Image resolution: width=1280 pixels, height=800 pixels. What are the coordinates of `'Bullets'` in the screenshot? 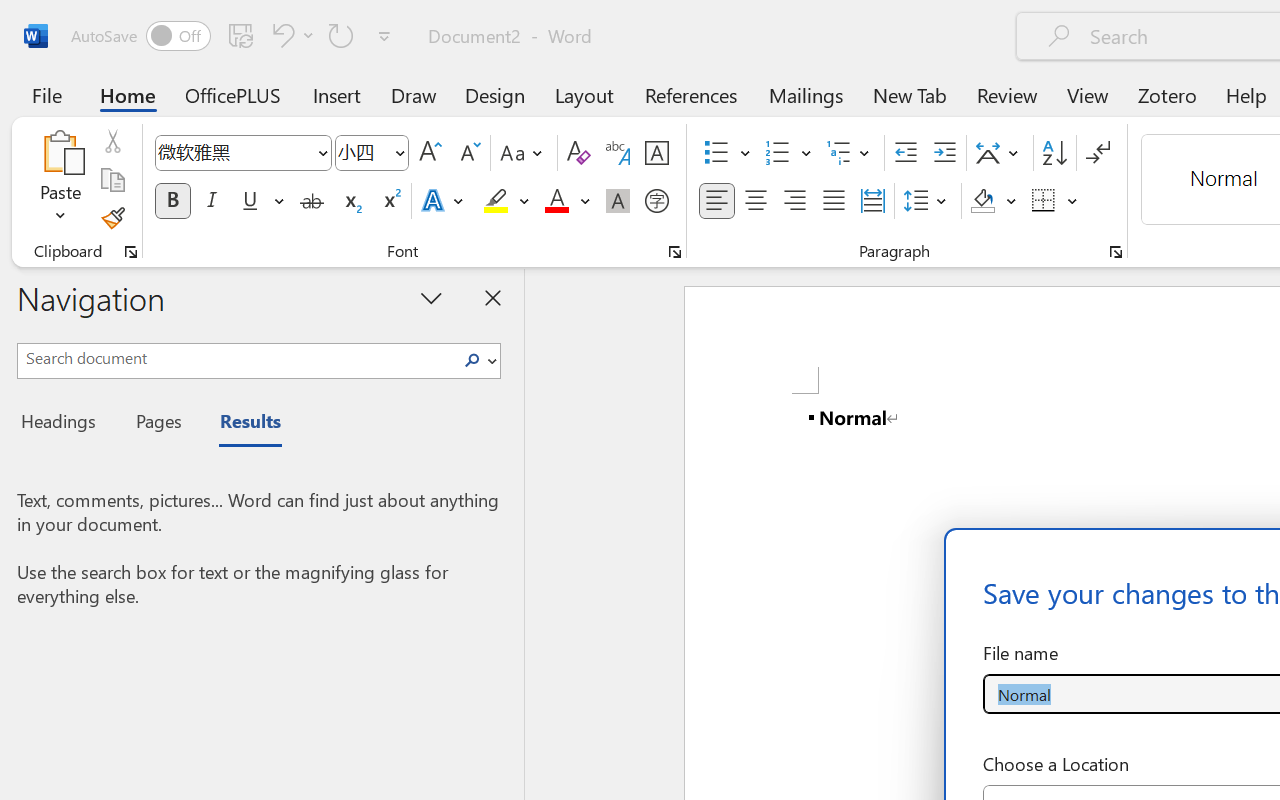 It's located at (716, 153).